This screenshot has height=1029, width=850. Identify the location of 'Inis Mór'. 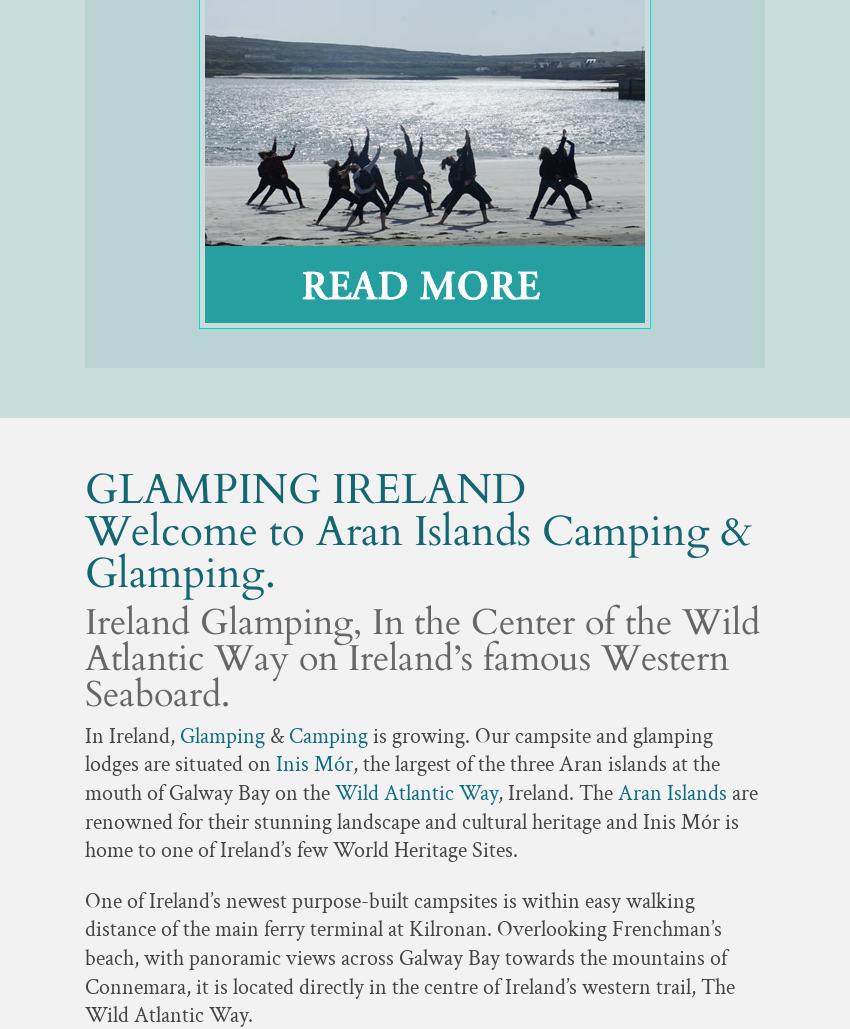
(314, 764).